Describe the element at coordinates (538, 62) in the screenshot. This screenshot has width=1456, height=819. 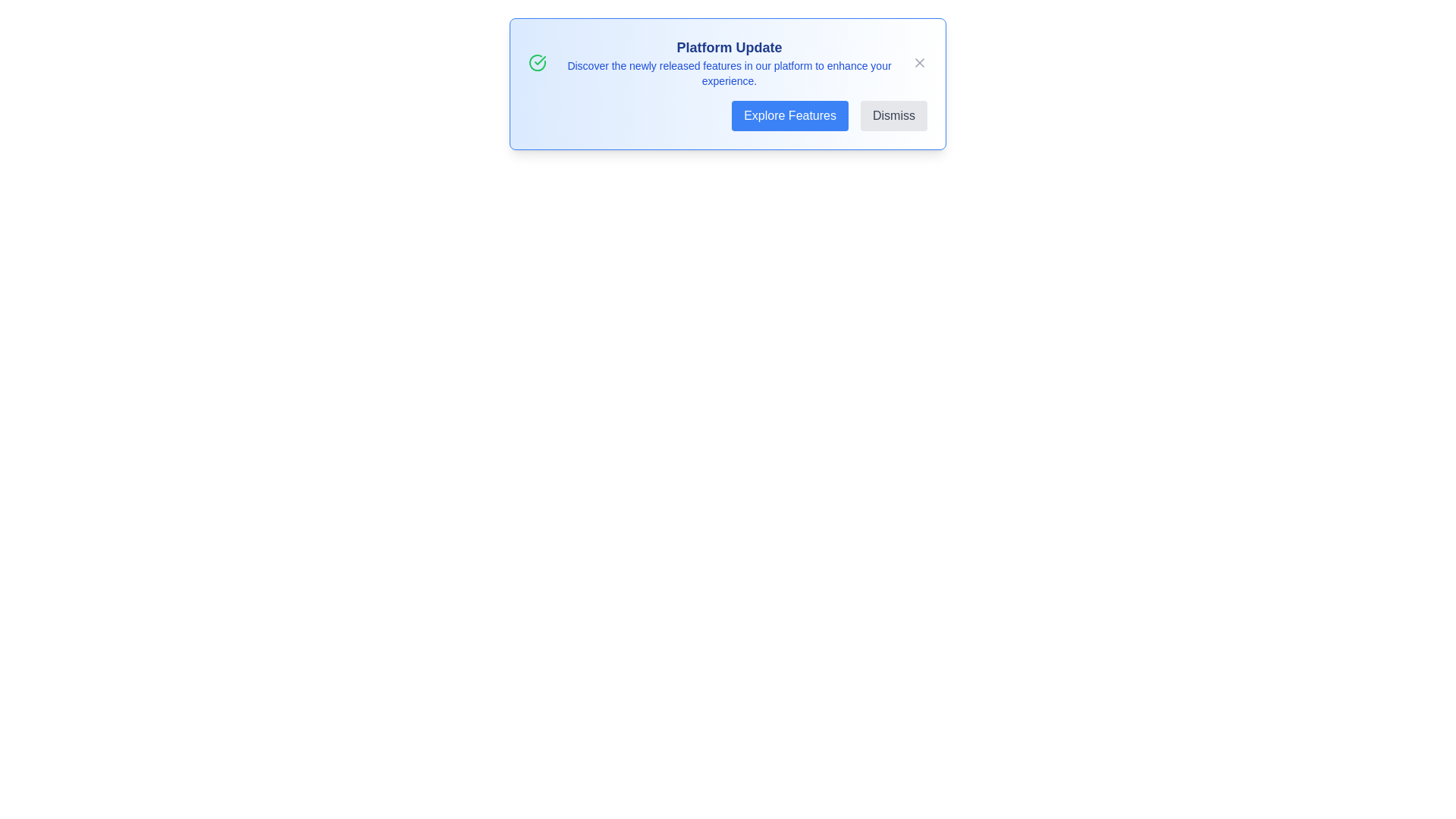
I see `the checkmark icon to interact with it` at that location.